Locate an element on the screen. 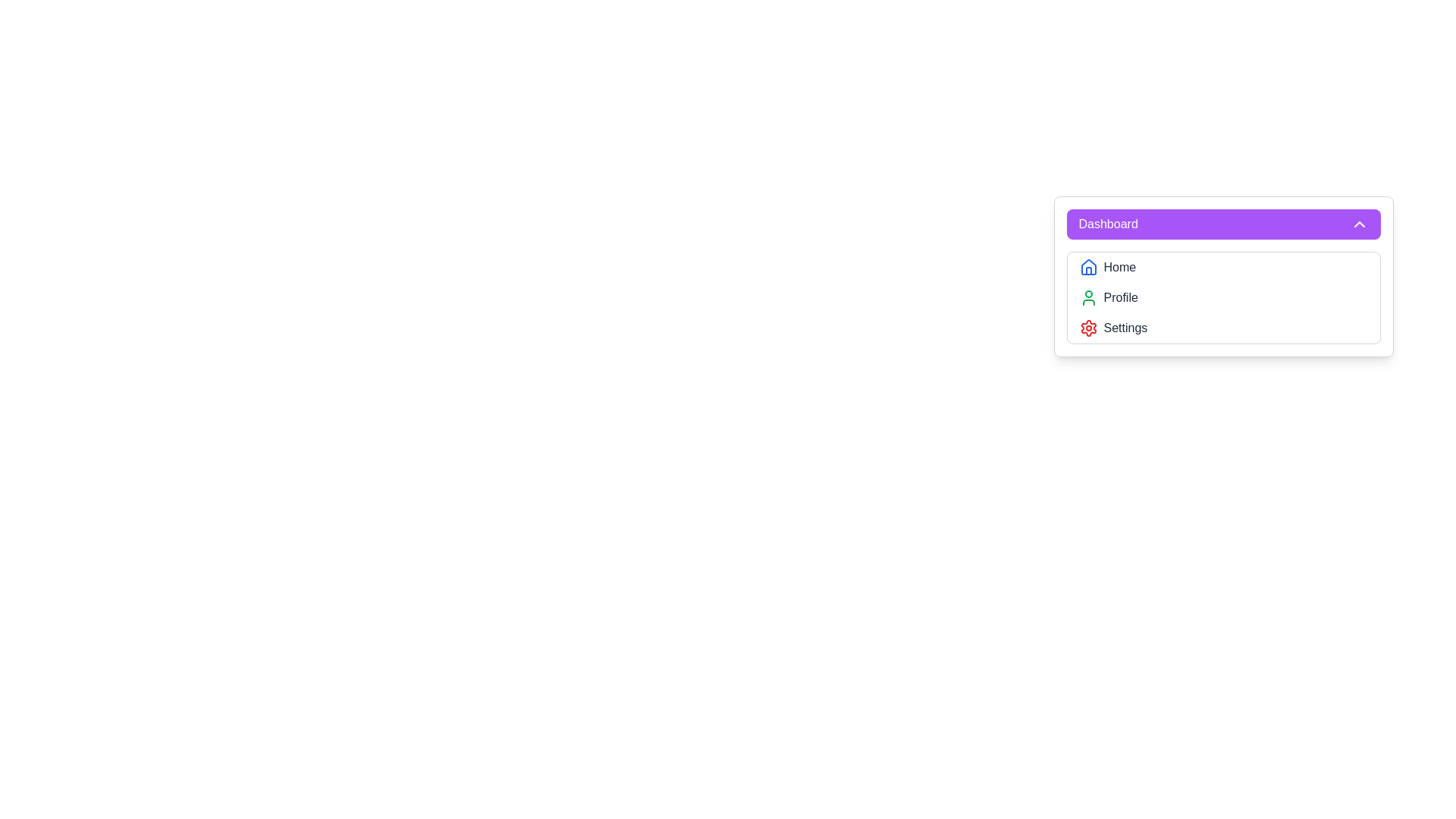 The height and width of the screenshot is (819, 1456). the interactive text link for the user profile section, which is the second entry in the vertical dropdown menu, located below the 'Home' option and above the 'Settings' option is located at coordinates (1121, 298).